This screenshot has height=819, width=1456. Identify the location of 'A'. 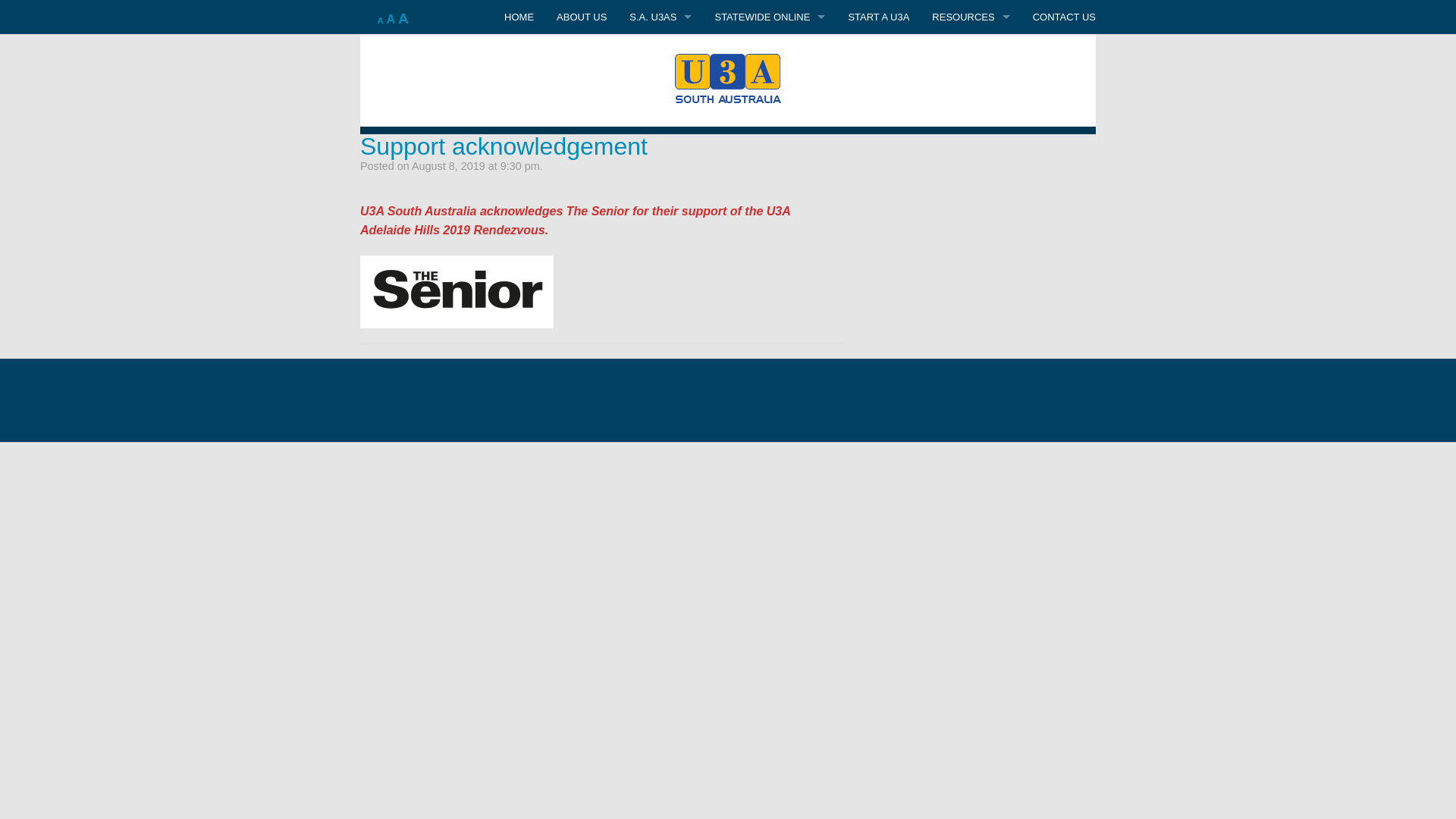
(397, 18).